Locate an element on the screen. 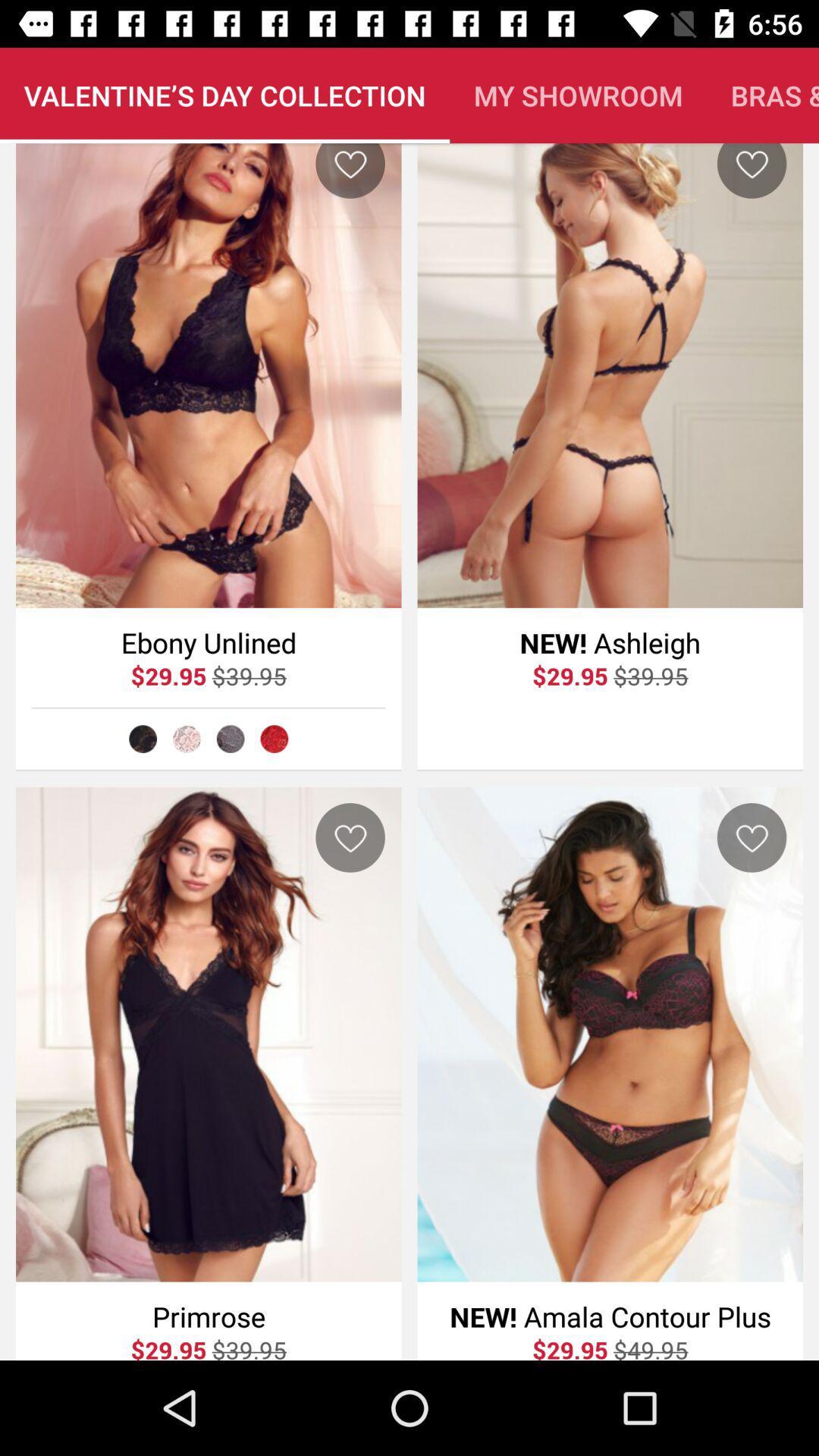 Image resolution: width=819 pixels, height=1456 pixels. change color options is located at coordinates (231, 739).